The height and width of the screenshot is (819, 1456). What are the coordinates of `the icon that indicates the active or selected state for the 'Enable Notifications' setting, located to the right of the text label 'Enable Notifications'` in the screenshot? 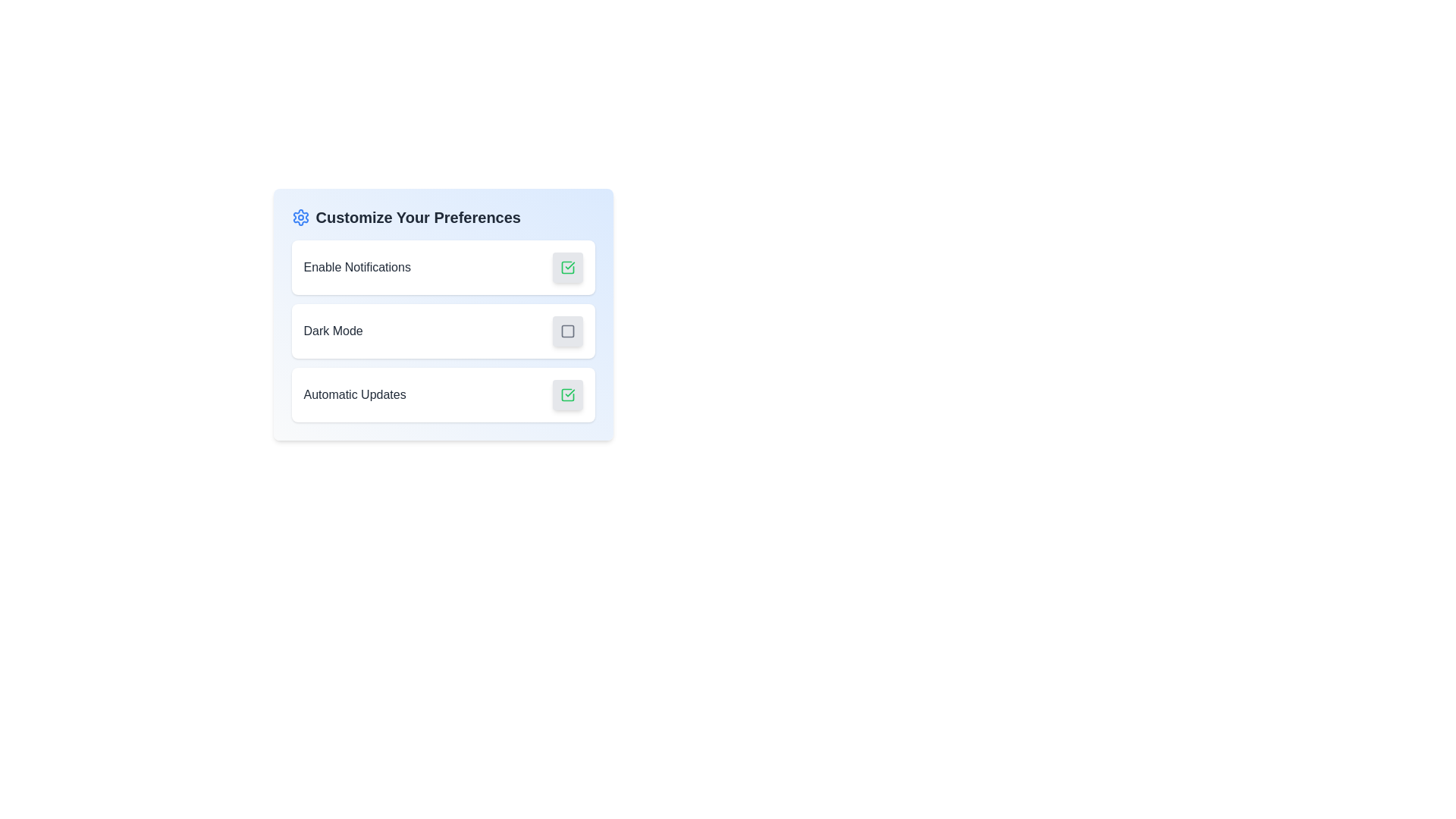 It's located at (566, 267).